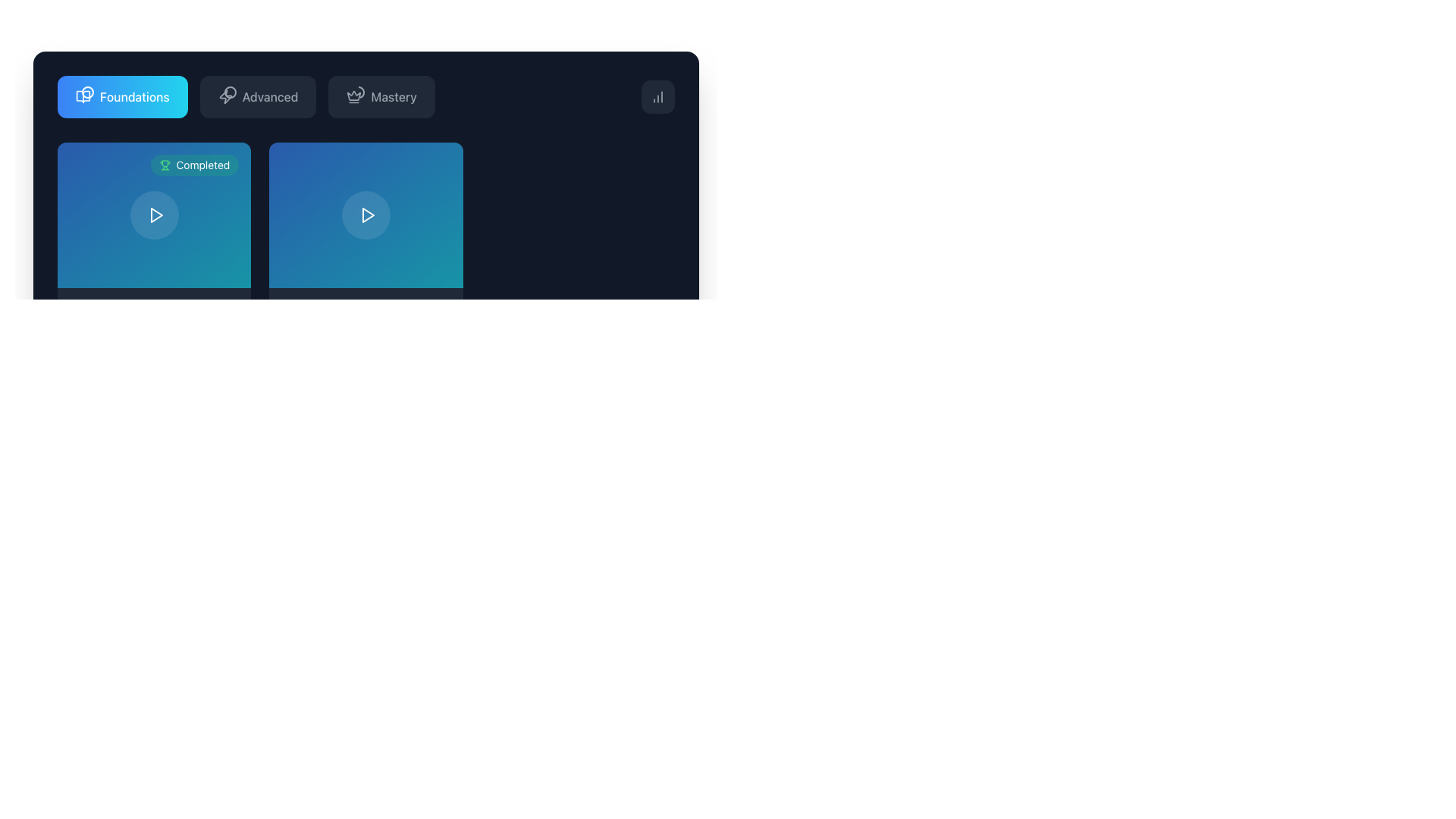  What do you see at coordinates (270, 96) in the screenshot?
I see `the 'Advanced' category label` at bounding box center [270, 96].